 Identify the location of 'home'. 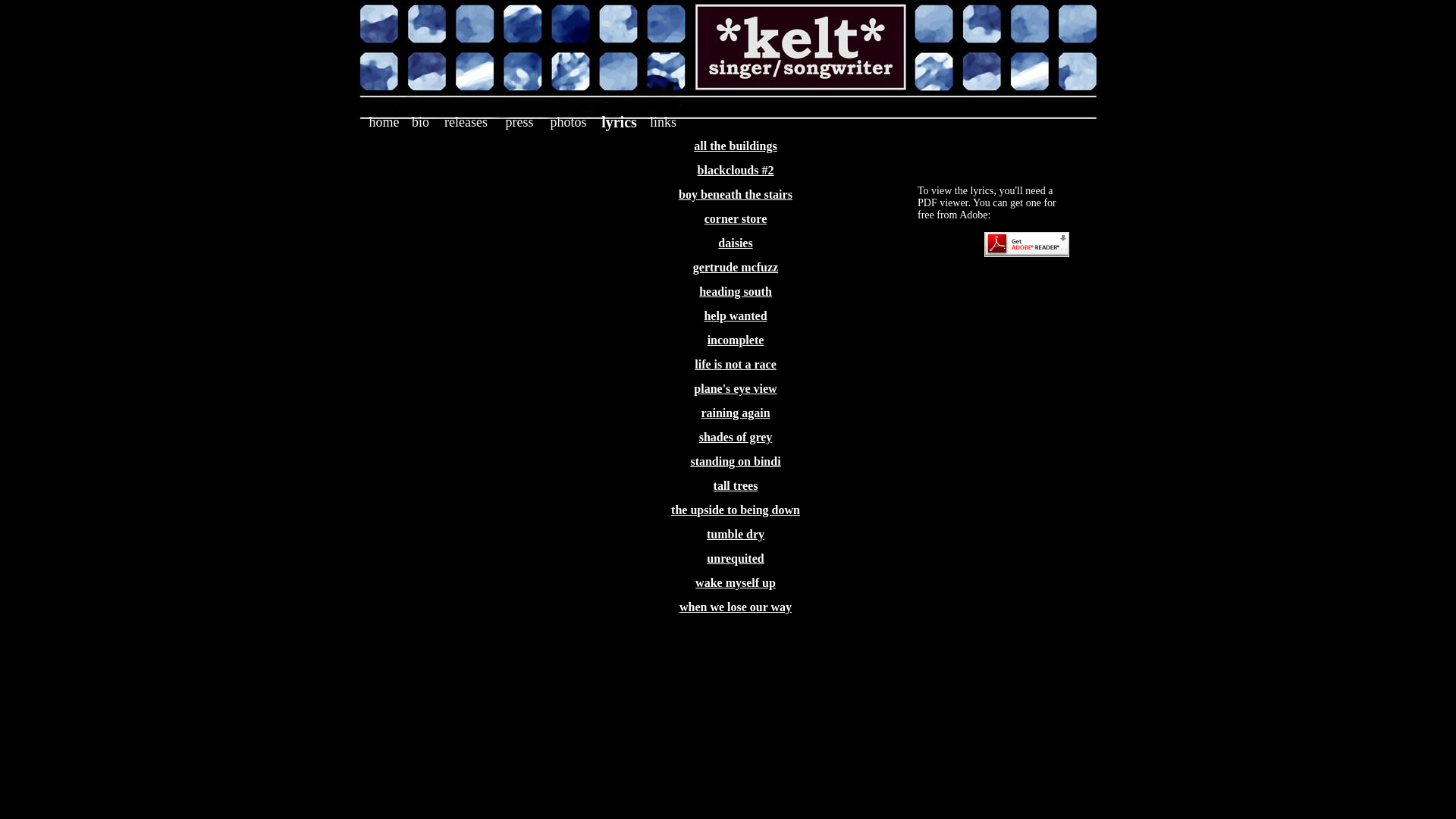
(383, 121).